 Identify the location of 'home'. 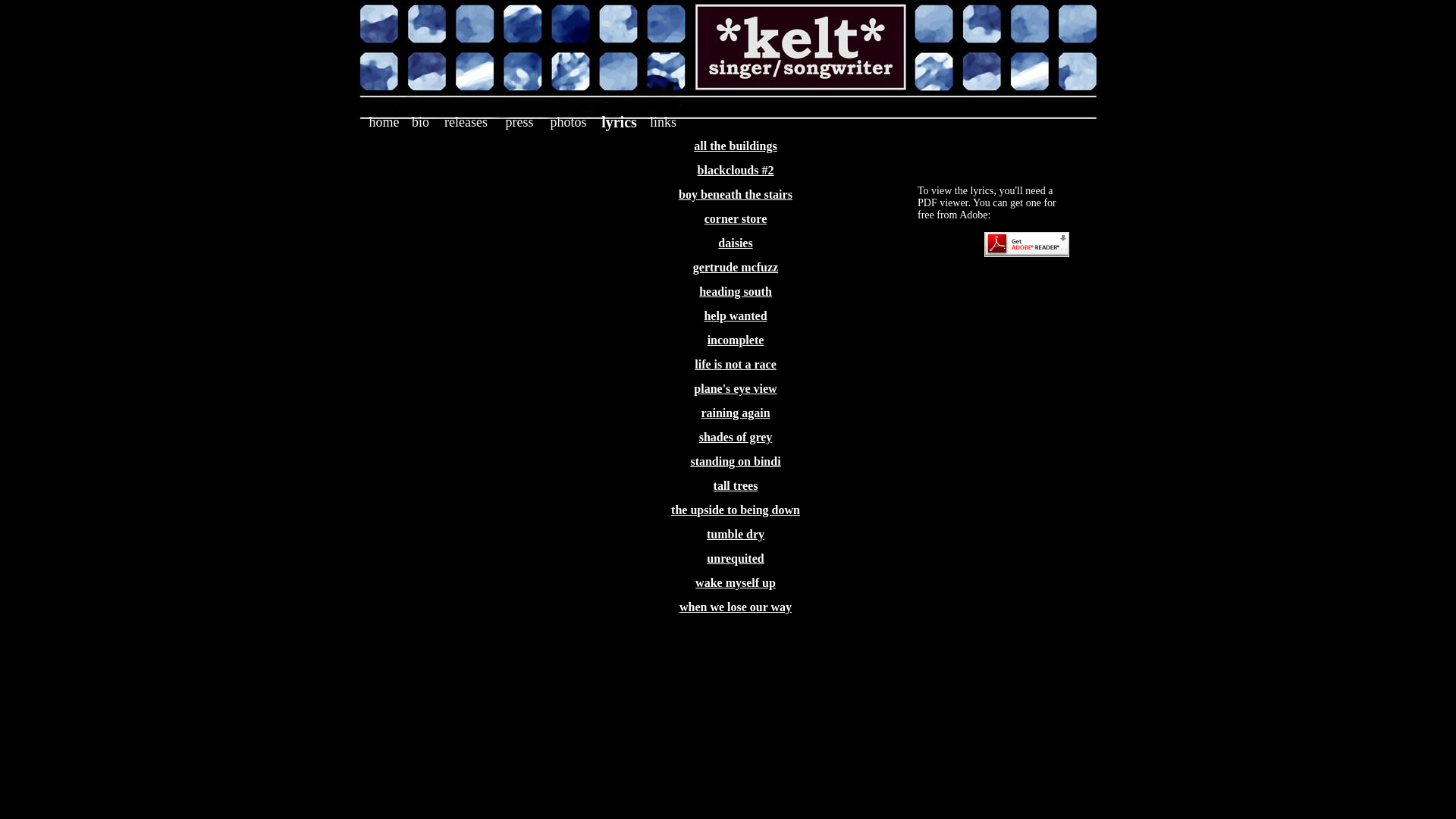
(383, 121).